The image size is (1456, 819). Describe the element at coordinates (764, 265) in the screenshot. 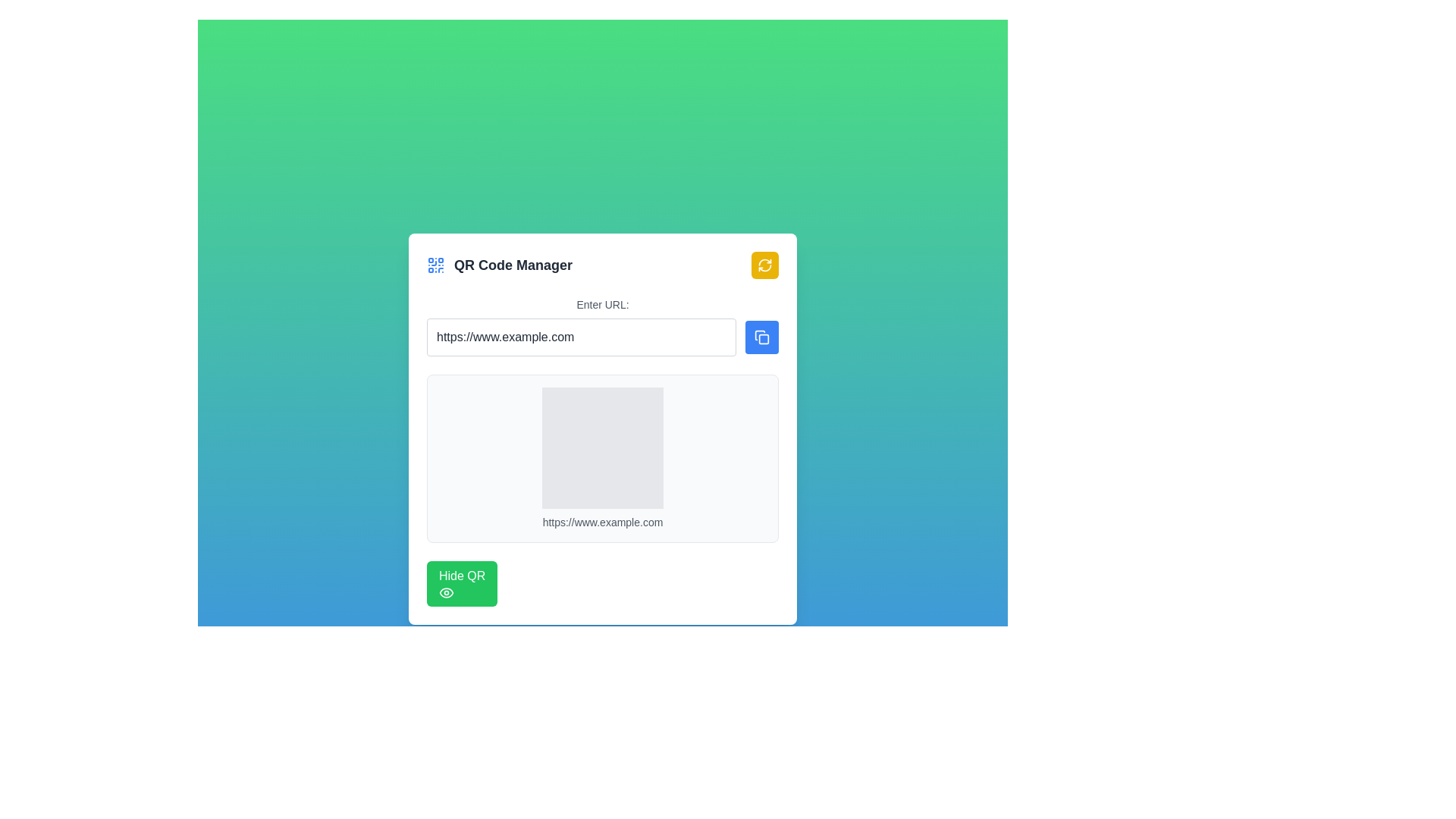

I see `the refresh button with a yellow background and white text located in the top-right corner of the 'QR Code Manager' section to refresh the interface` at that location.